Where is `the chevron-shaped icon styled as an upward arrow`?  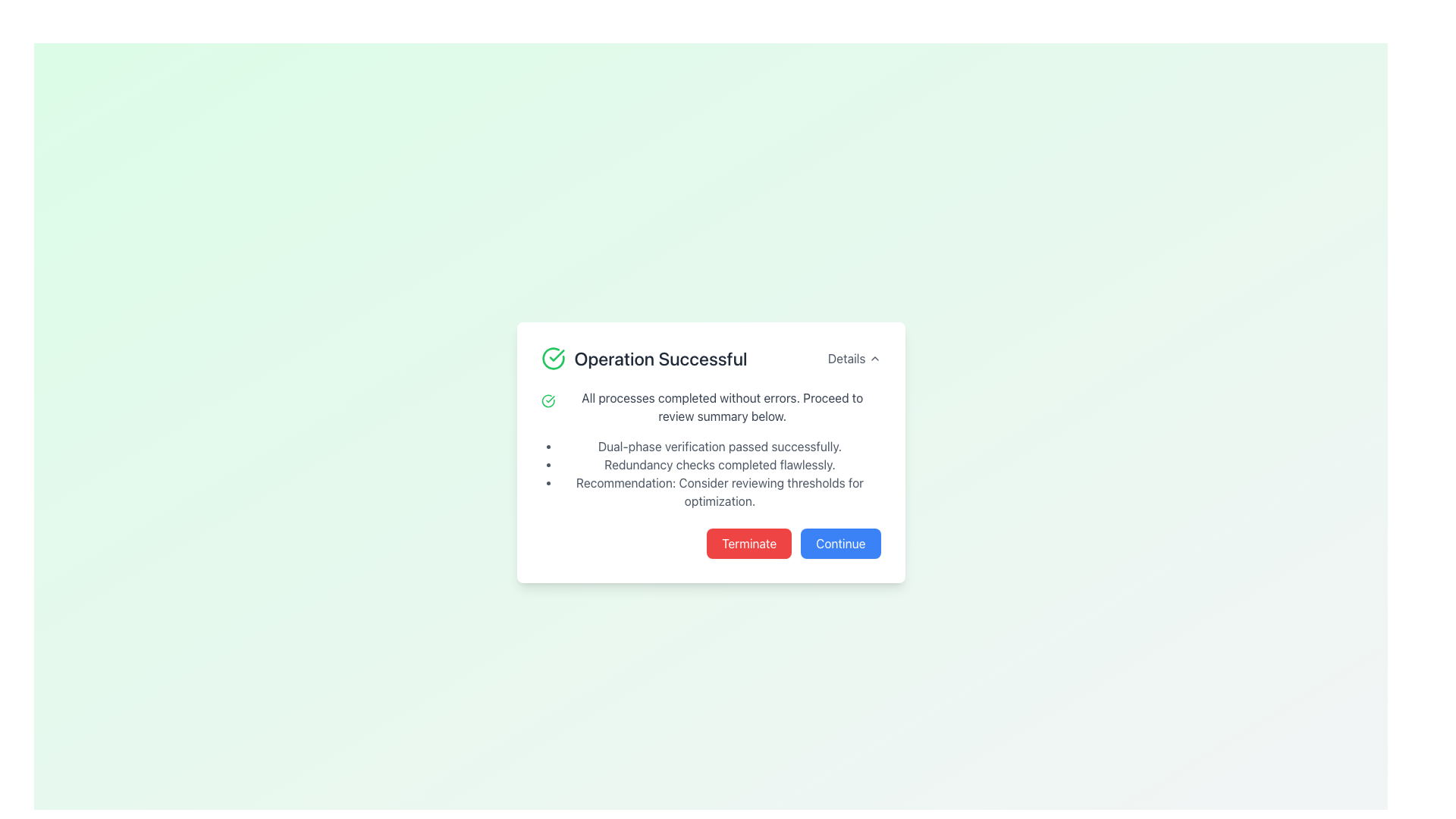 the chevron-shaped icon styled as an upward arrow is located at coordinates (874, 359).